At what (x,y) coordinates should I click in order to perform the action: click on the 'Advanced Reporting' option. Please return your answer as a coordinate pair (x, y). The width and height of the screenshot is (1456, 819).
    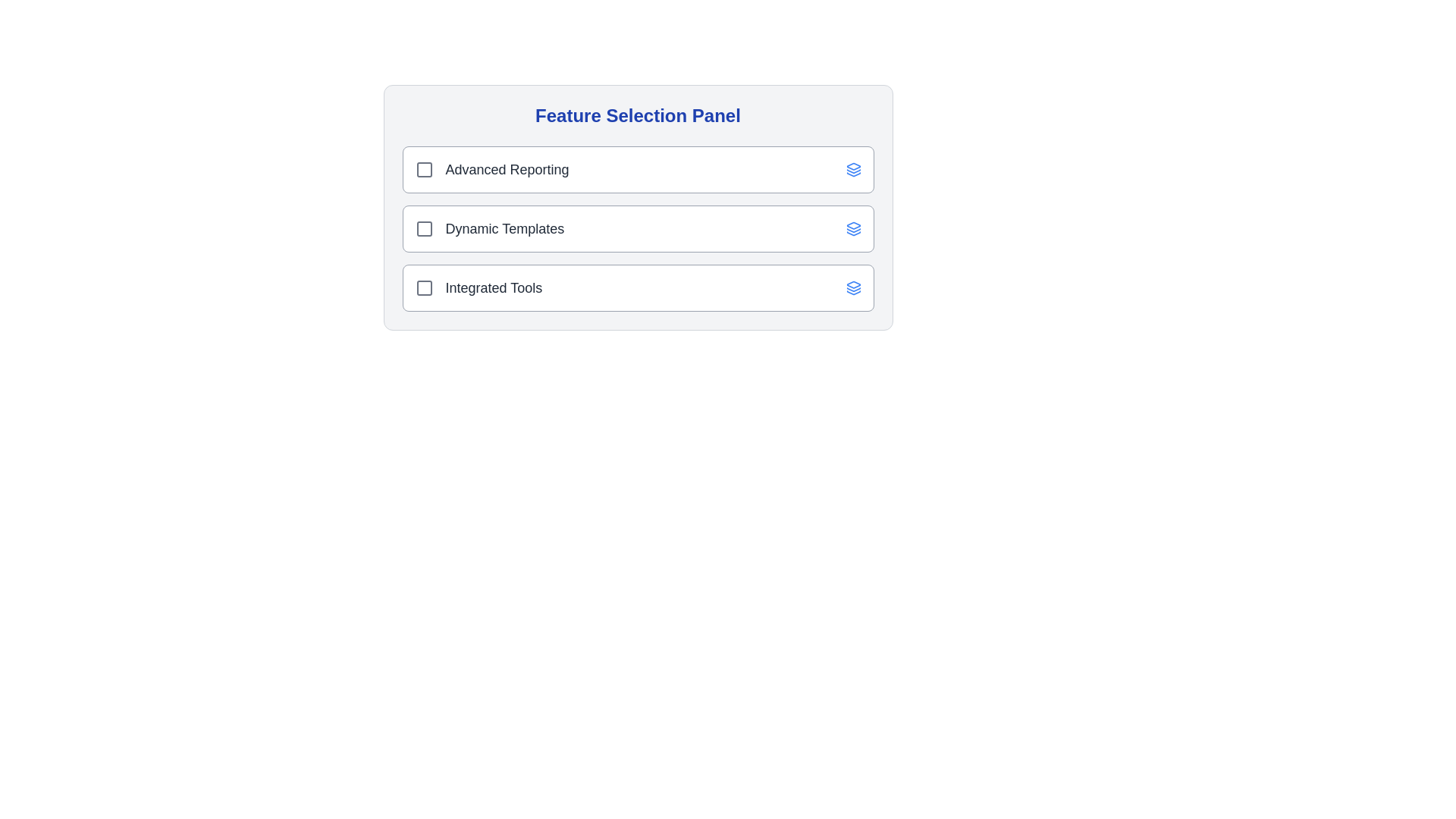
    Looking at the image, I should click on (638, 169).